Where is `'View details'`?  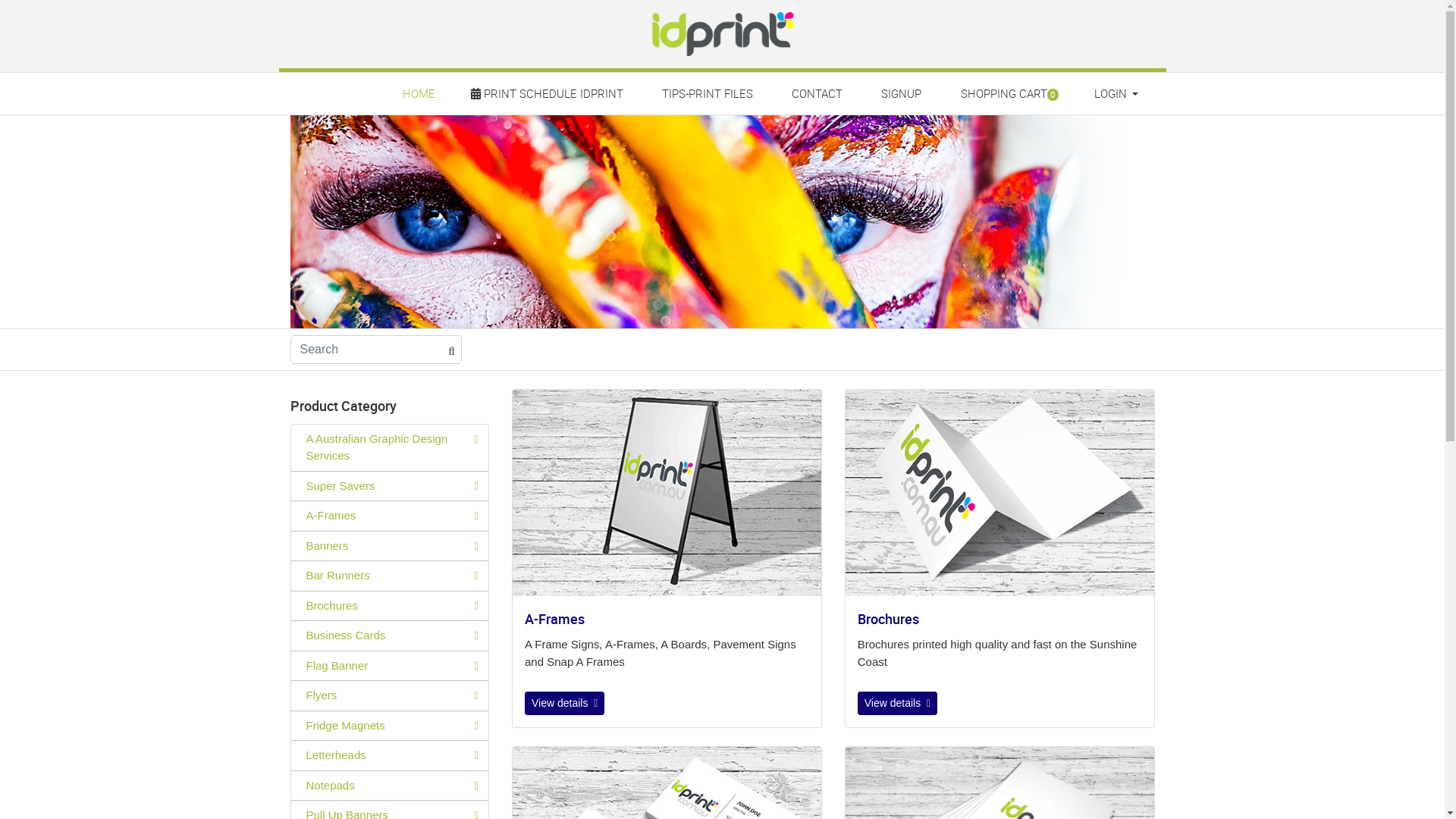 'View details' is located at coordinates (897, 703).